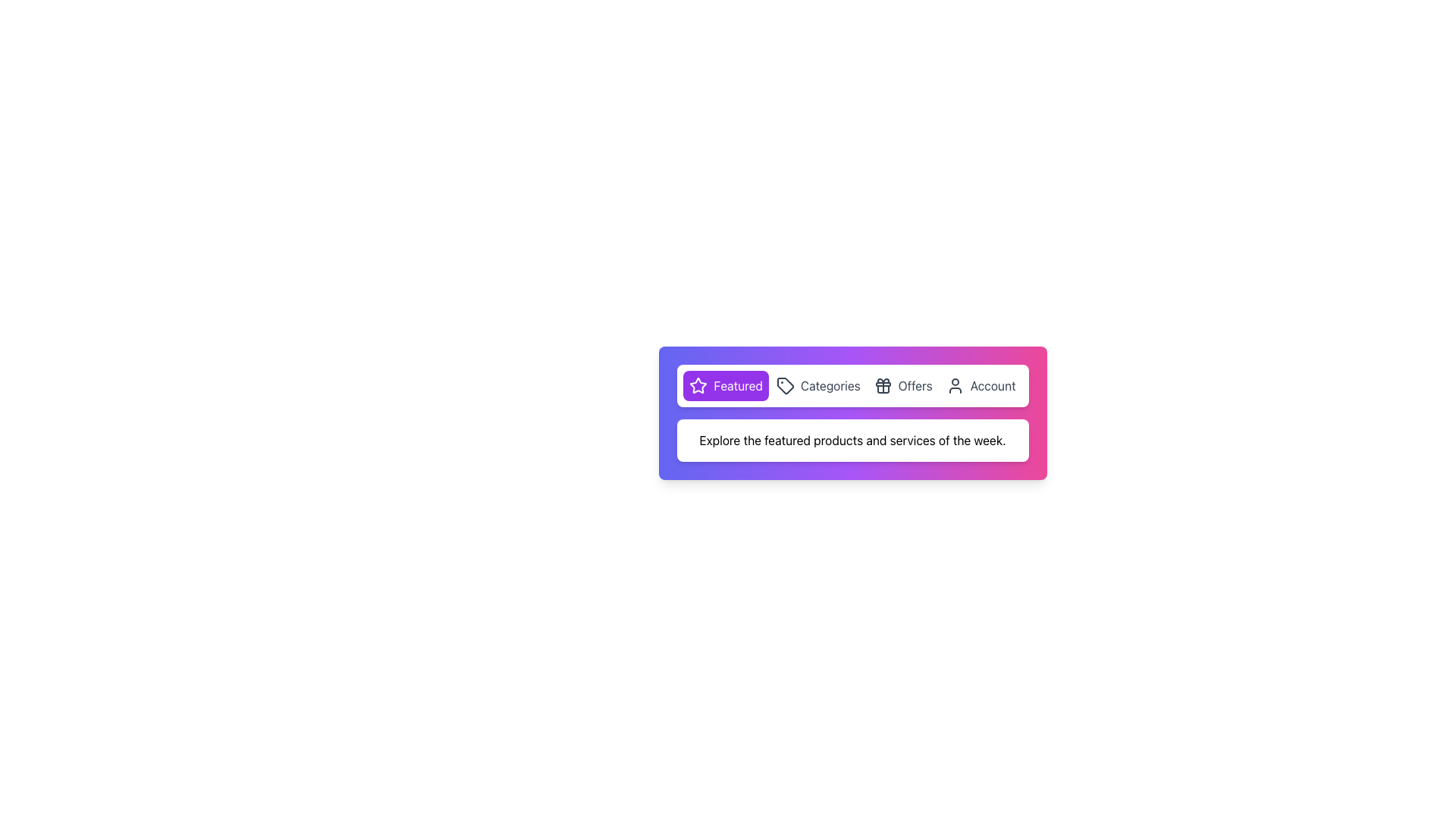  What do you see at coordinates (852, 385) in the screenshot?
I see `the navigation menu options in the horizontal navigation bar featuring 'Featured', 'Categories', 'Offers', and 'Account' for visual feedback` at bounding box center [852, 385].